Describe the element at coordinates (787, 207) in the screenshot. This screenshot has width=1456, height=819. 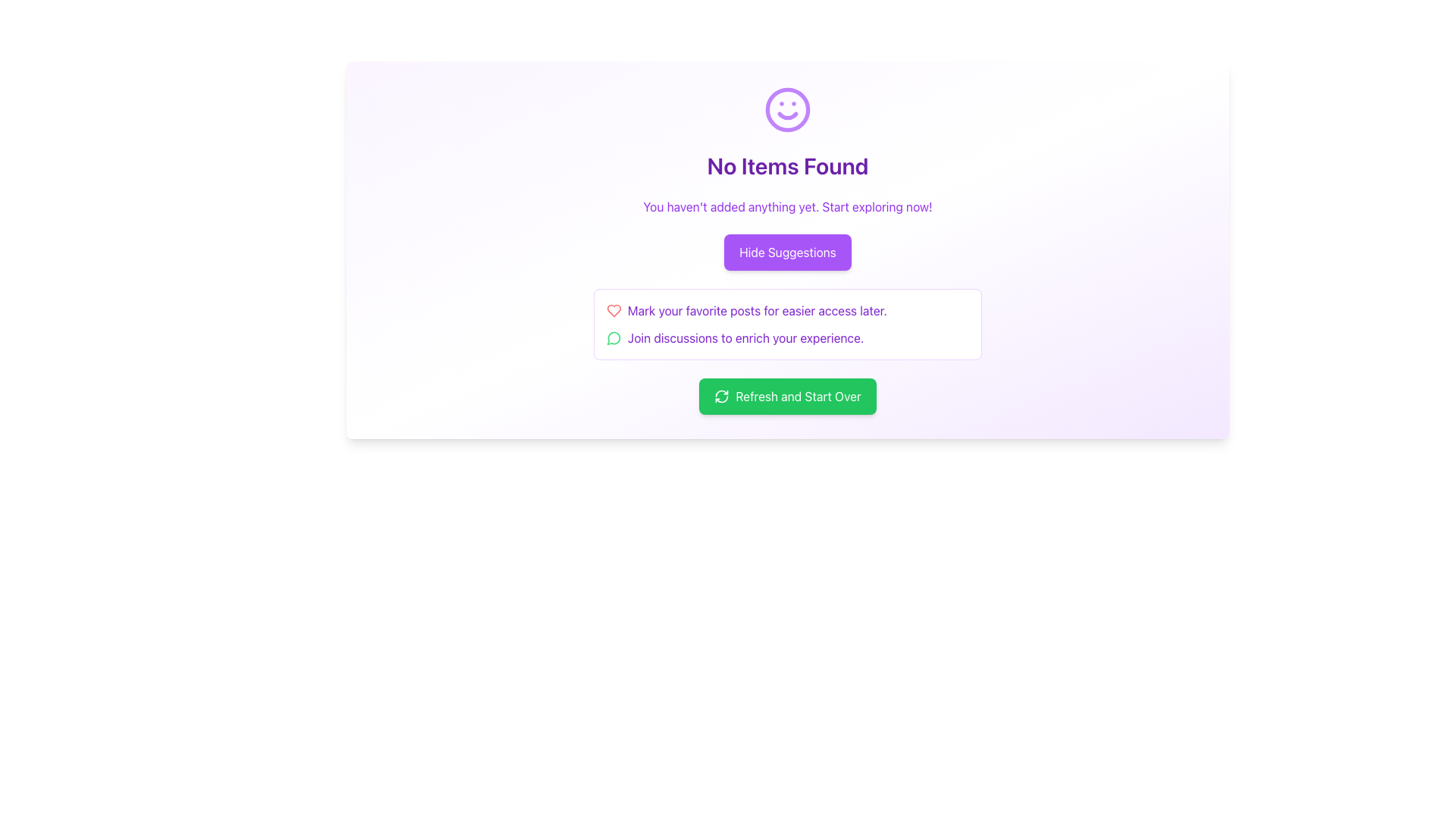
I see `the informational text component that indicates no items have been added, located below the 'No Items Found' heading and above the 'Hide Suggestions' button` at that location.